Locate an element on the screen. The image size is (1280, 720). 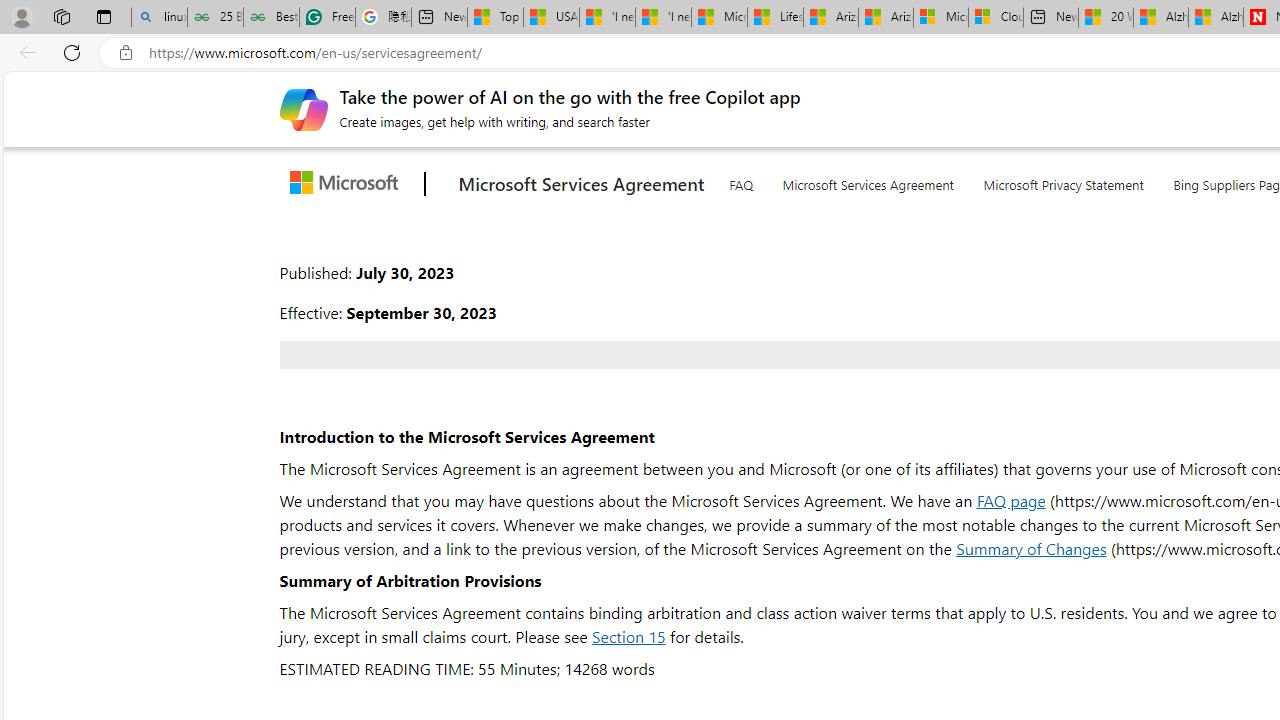
'FAQ' is located at coordinates (739, 181).